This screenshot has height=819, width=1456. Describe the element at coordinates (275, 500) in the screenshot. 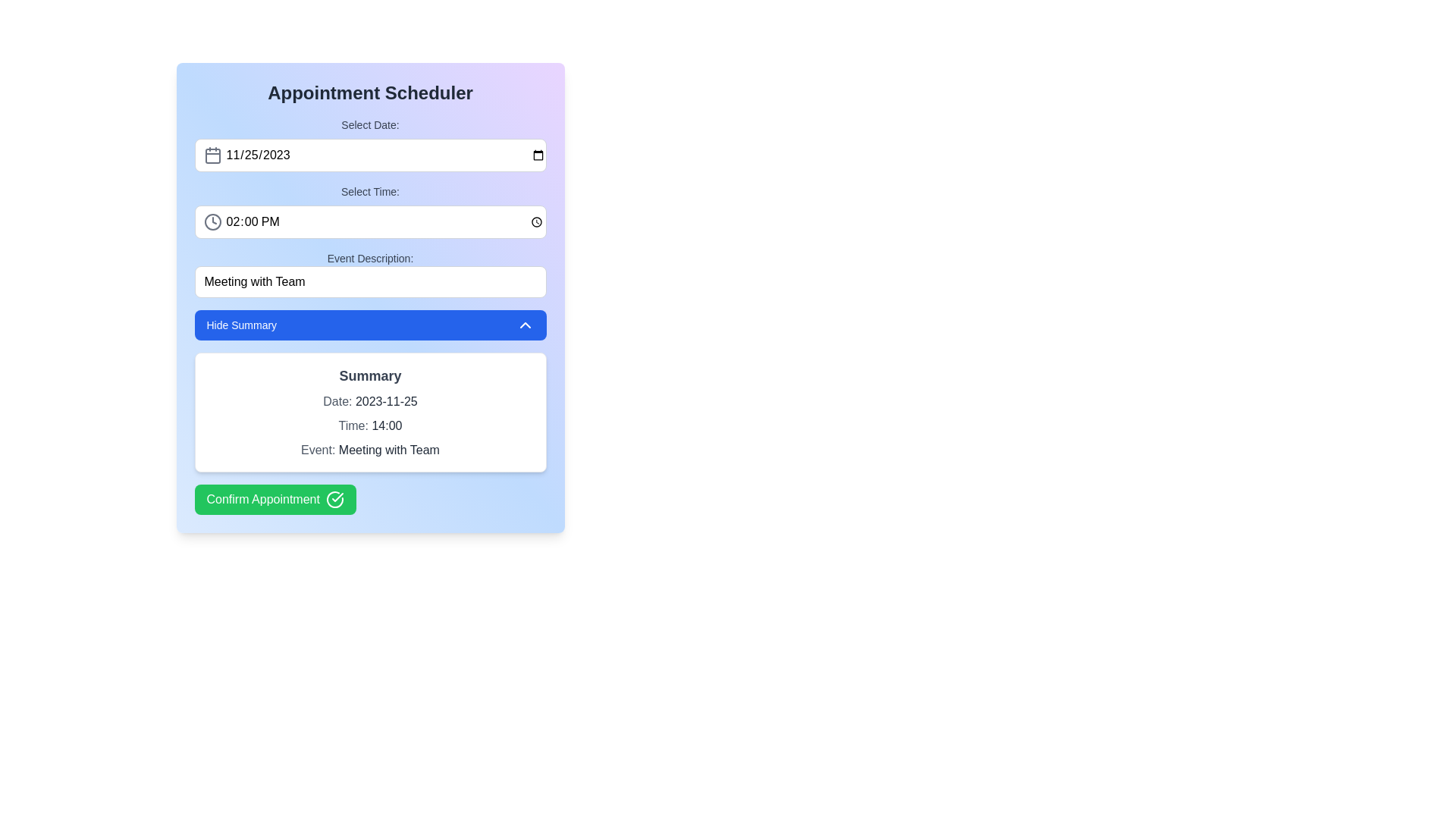

I see `the green button labeled 'Confirm Appointment' with a checkmark icon to confirm the appointment` at that location.